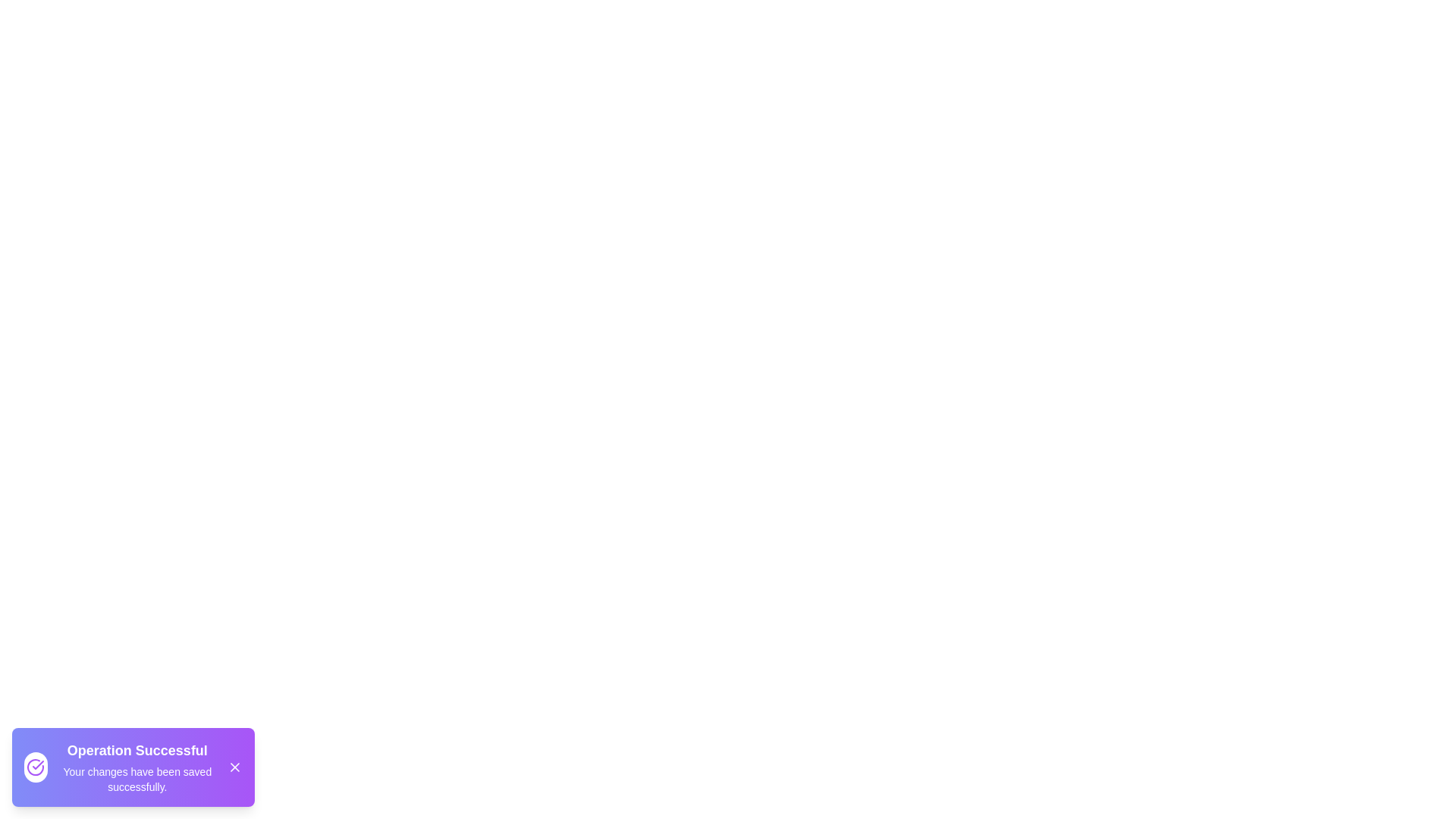  What do you see at coordinates (36, 767) in the screenshot?
I see `the icon to inspect it for additional details or functionality` at bounding box center [36, 767].